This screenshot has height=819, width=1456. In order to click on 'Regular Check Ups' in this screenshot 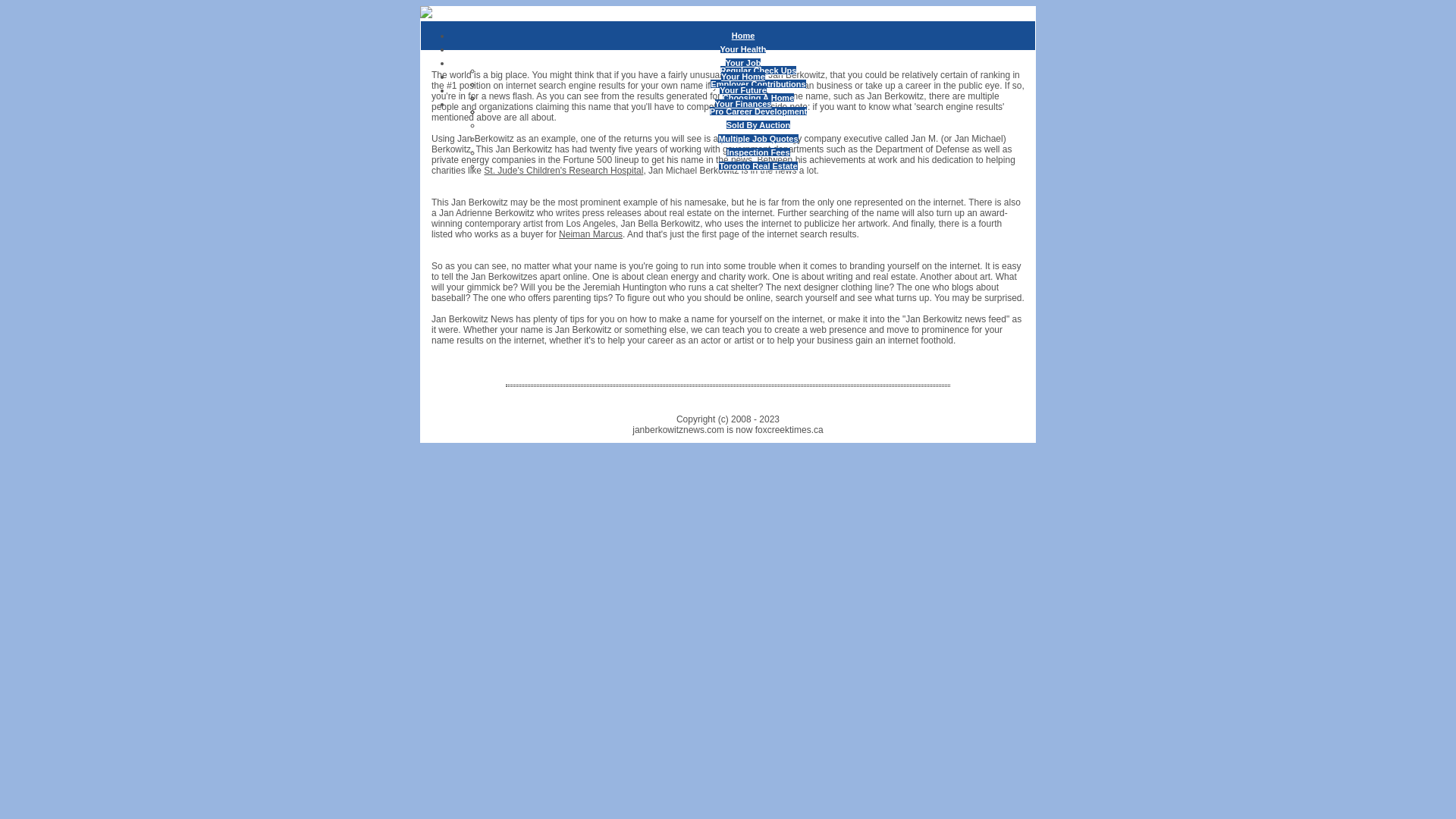, I will do `click(758, 70)`.